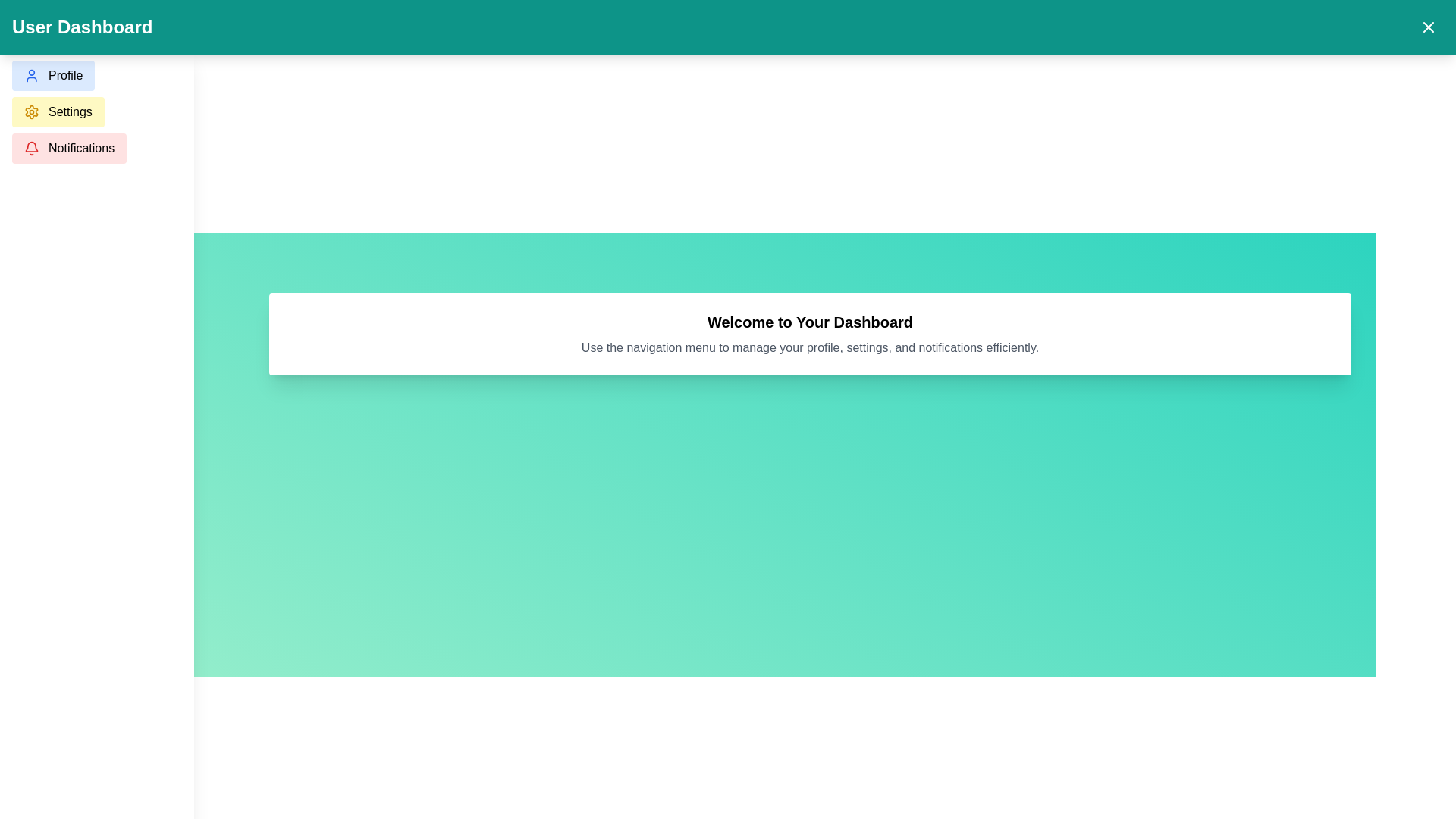 Image resolution: width=1456 pixels, height=819 pixels. I want to click on the third button in the sidebar navigation panel, so click(68, 149).